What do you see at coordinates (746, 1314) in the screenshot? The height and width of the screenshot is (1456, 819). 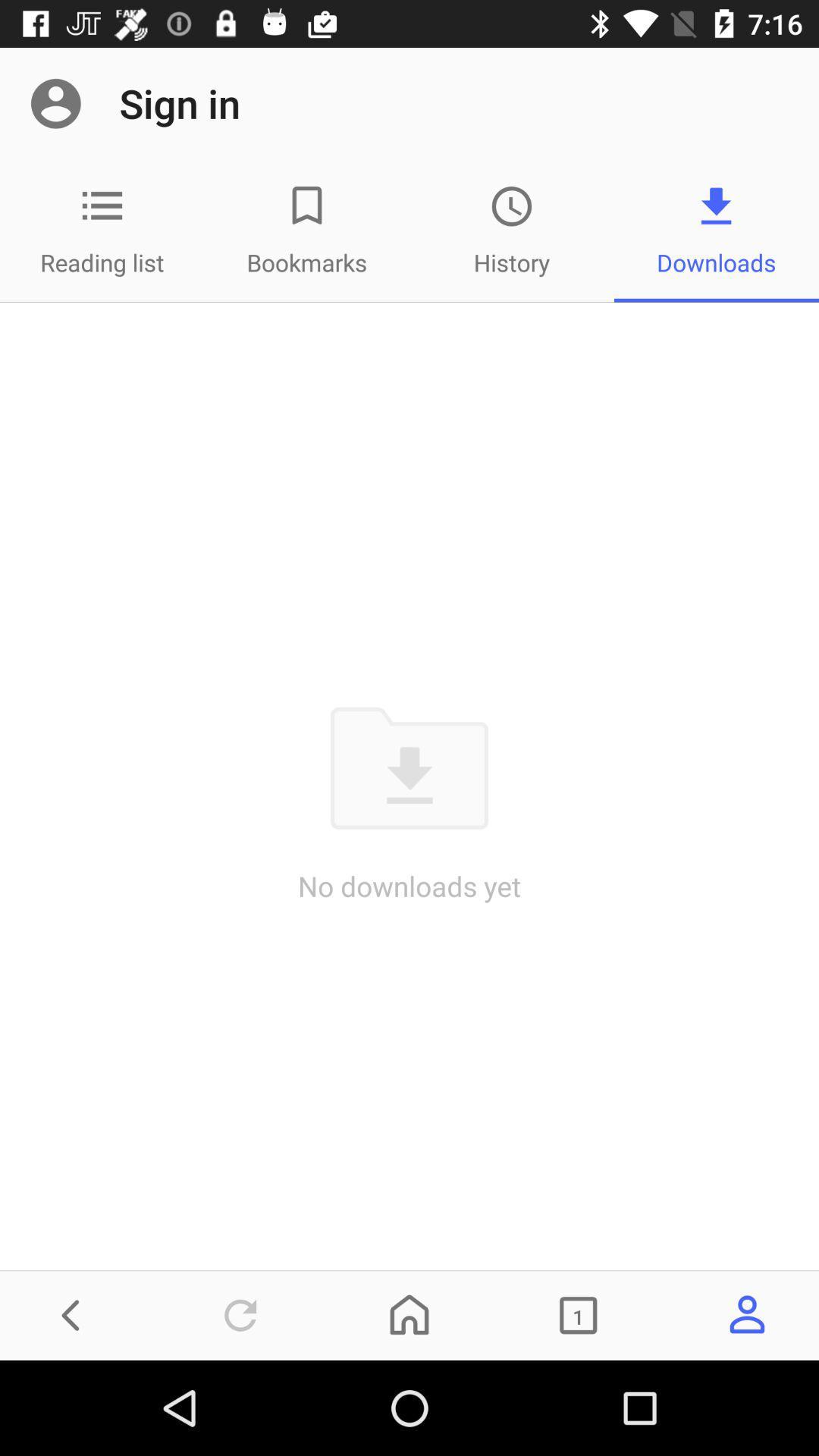 I see `the avatar icon` at bounding box center [746, 1314].